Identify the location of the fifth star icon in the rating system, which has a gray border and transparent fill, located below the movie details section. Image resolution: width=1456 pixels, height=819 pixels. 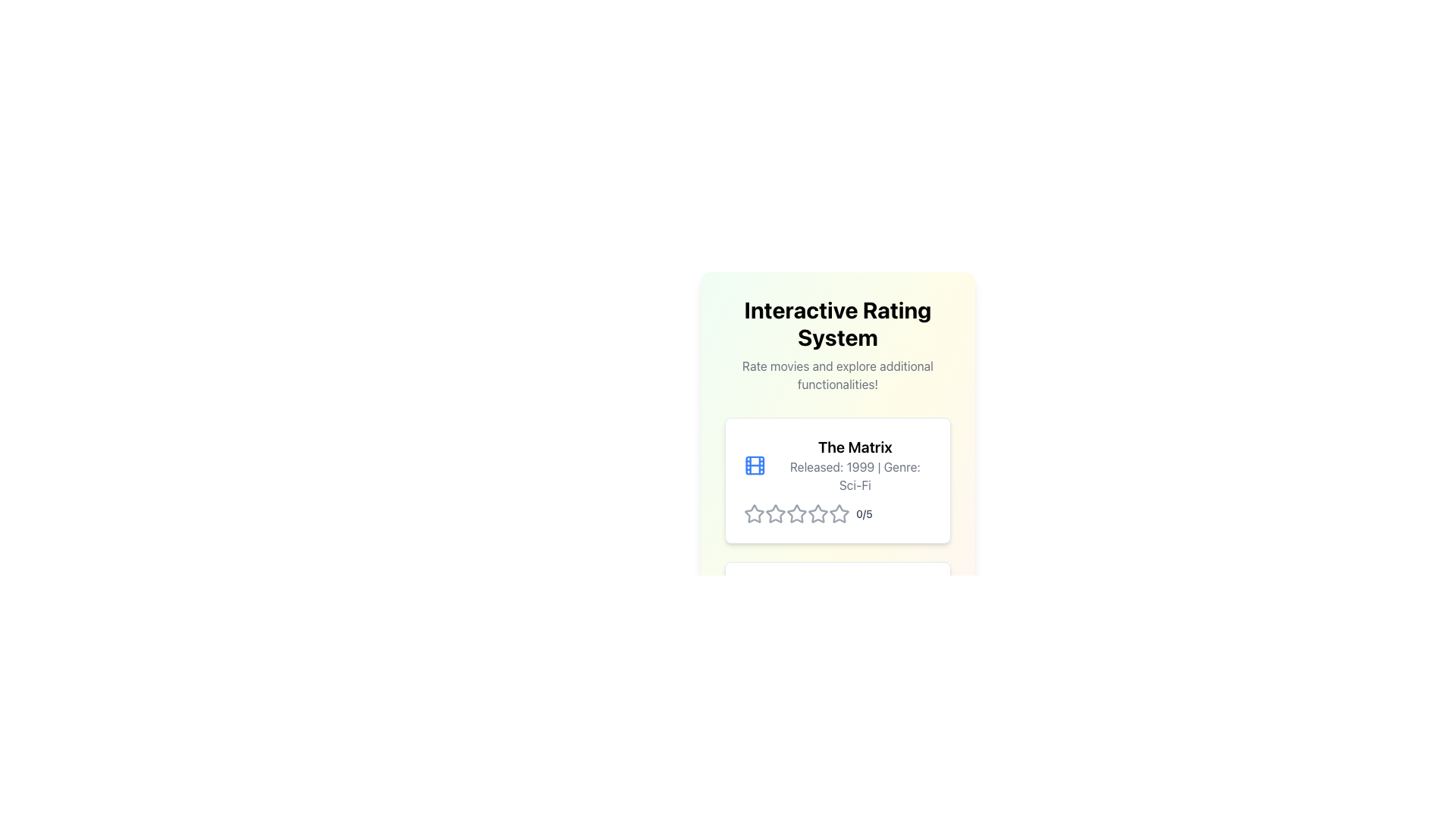
(817, 513).